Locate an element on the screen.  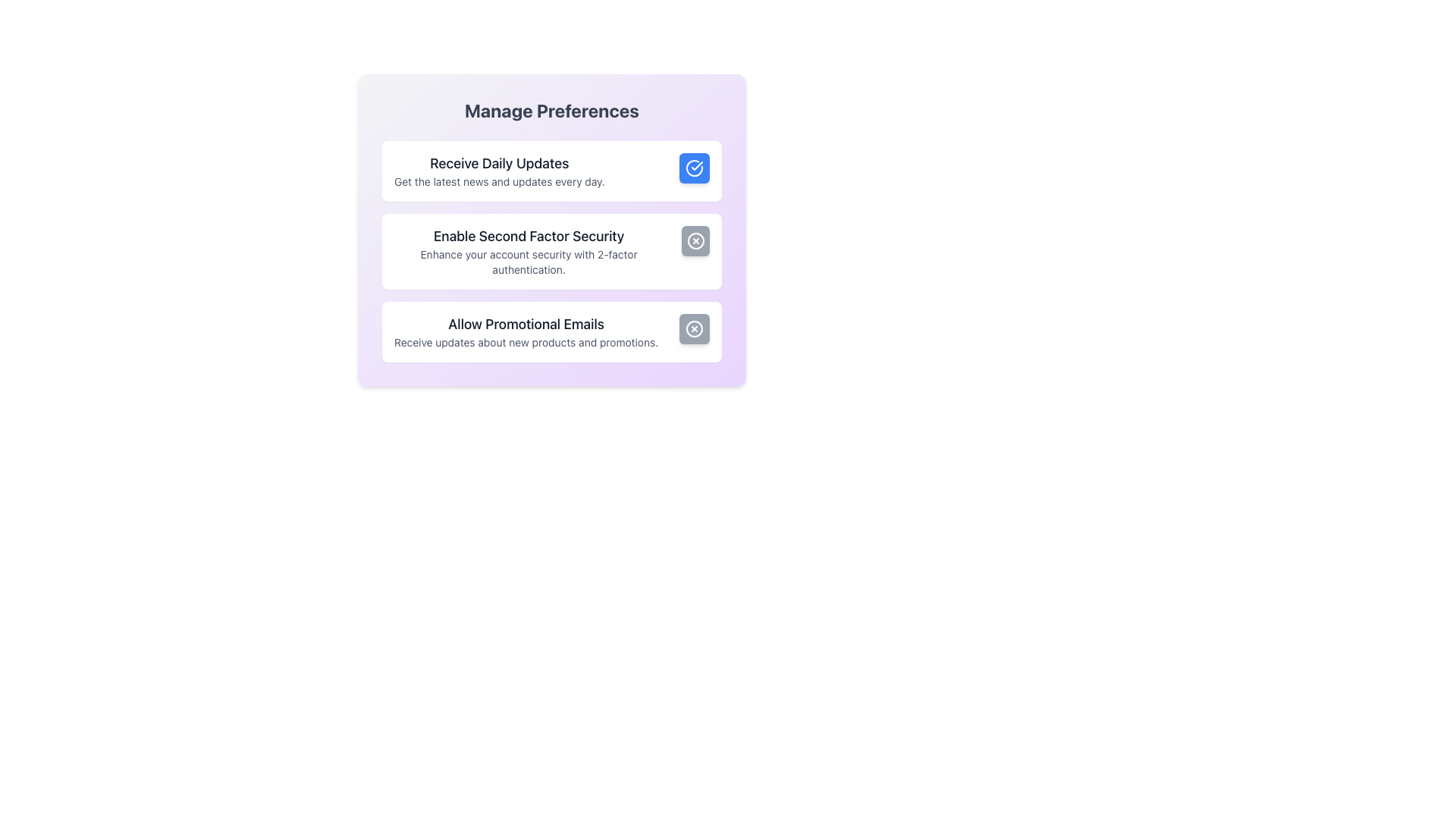
the descriptive subtitle text that explains the 'Receive Daily Updates' option, which is positioned directly below the heading in the interface is located at coordinates (499, 180).